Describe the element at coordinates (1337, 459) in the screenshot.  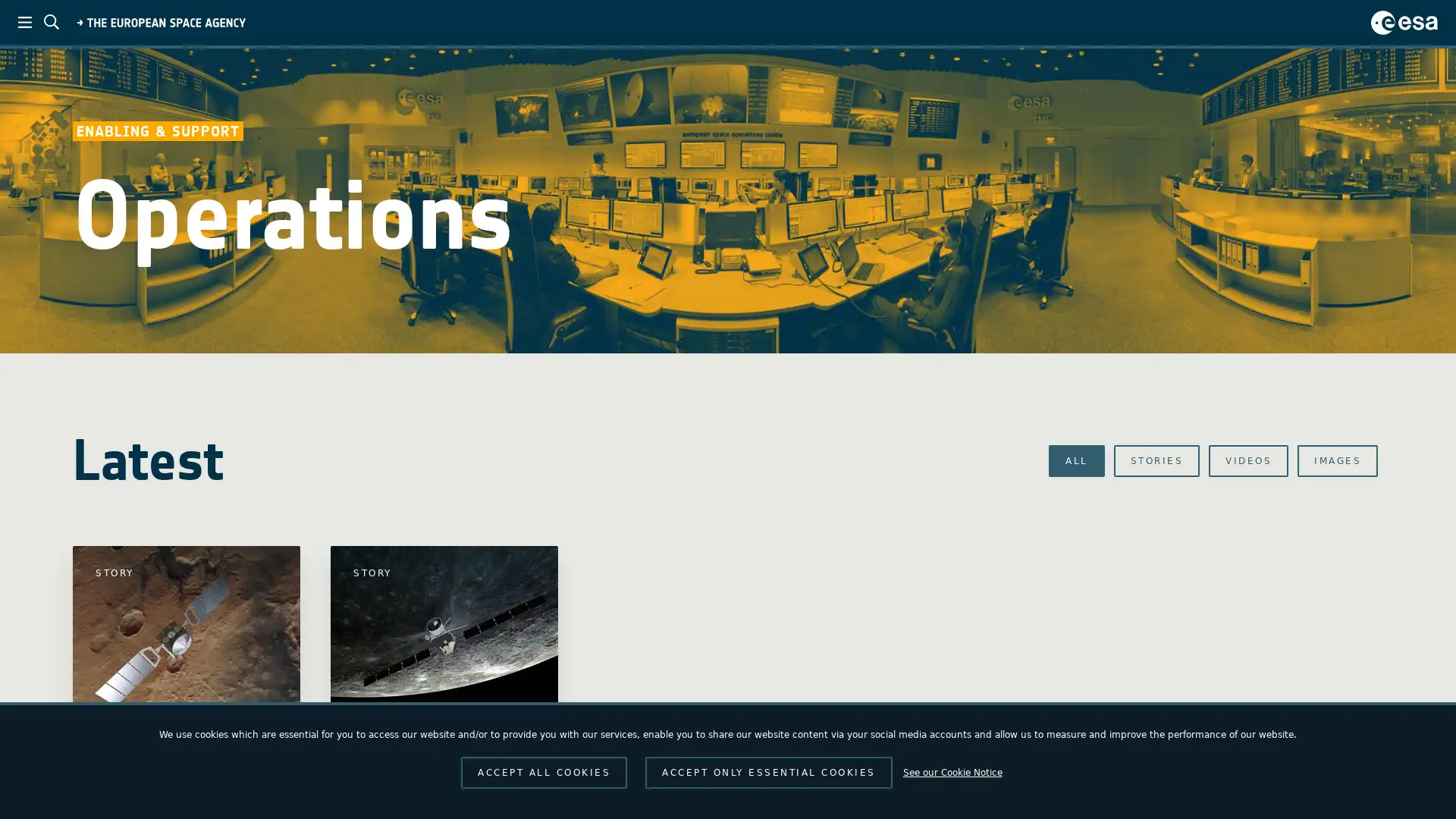
I see `IMAGES` at that location.